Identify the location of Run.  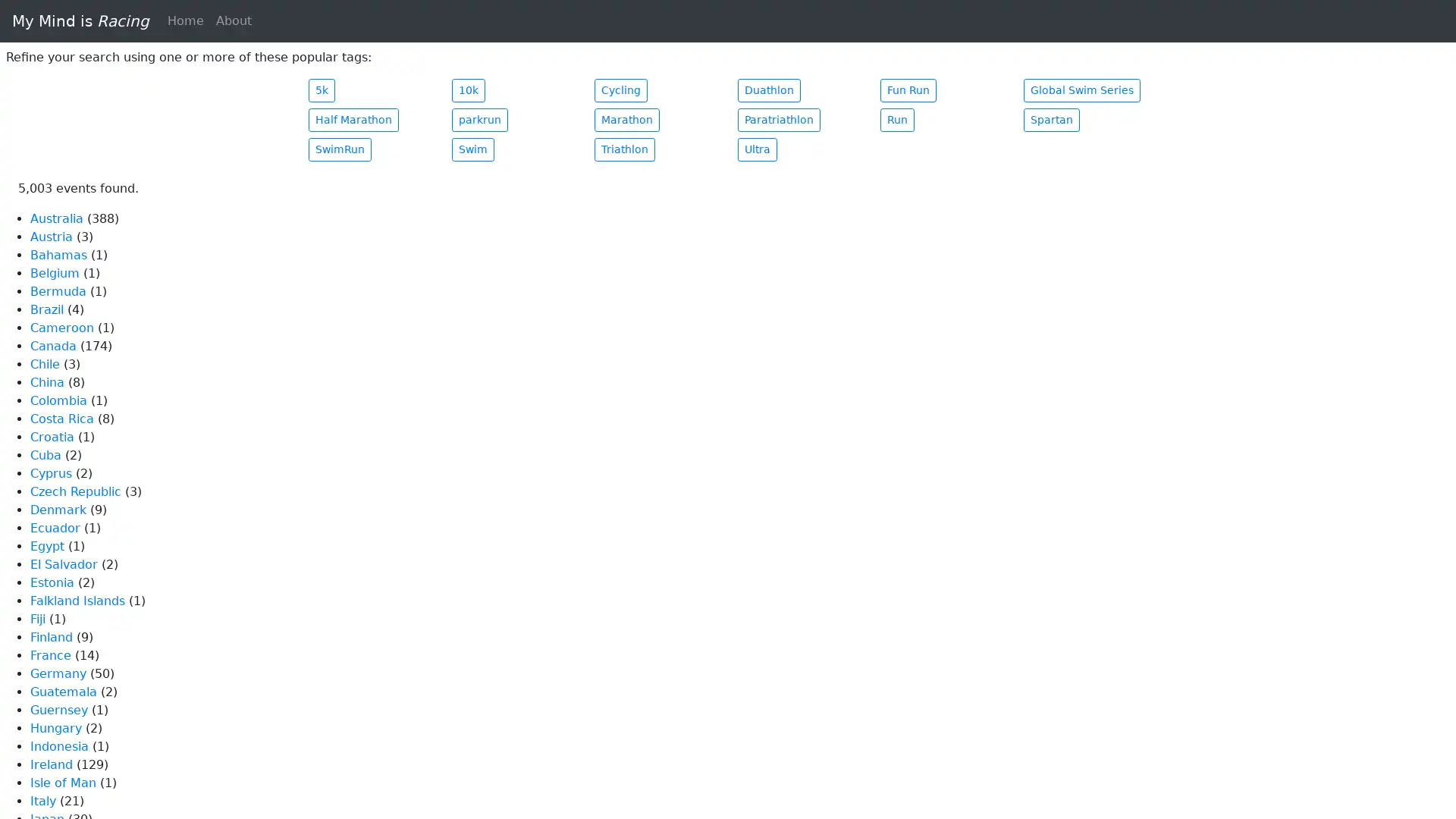
(897, 119).